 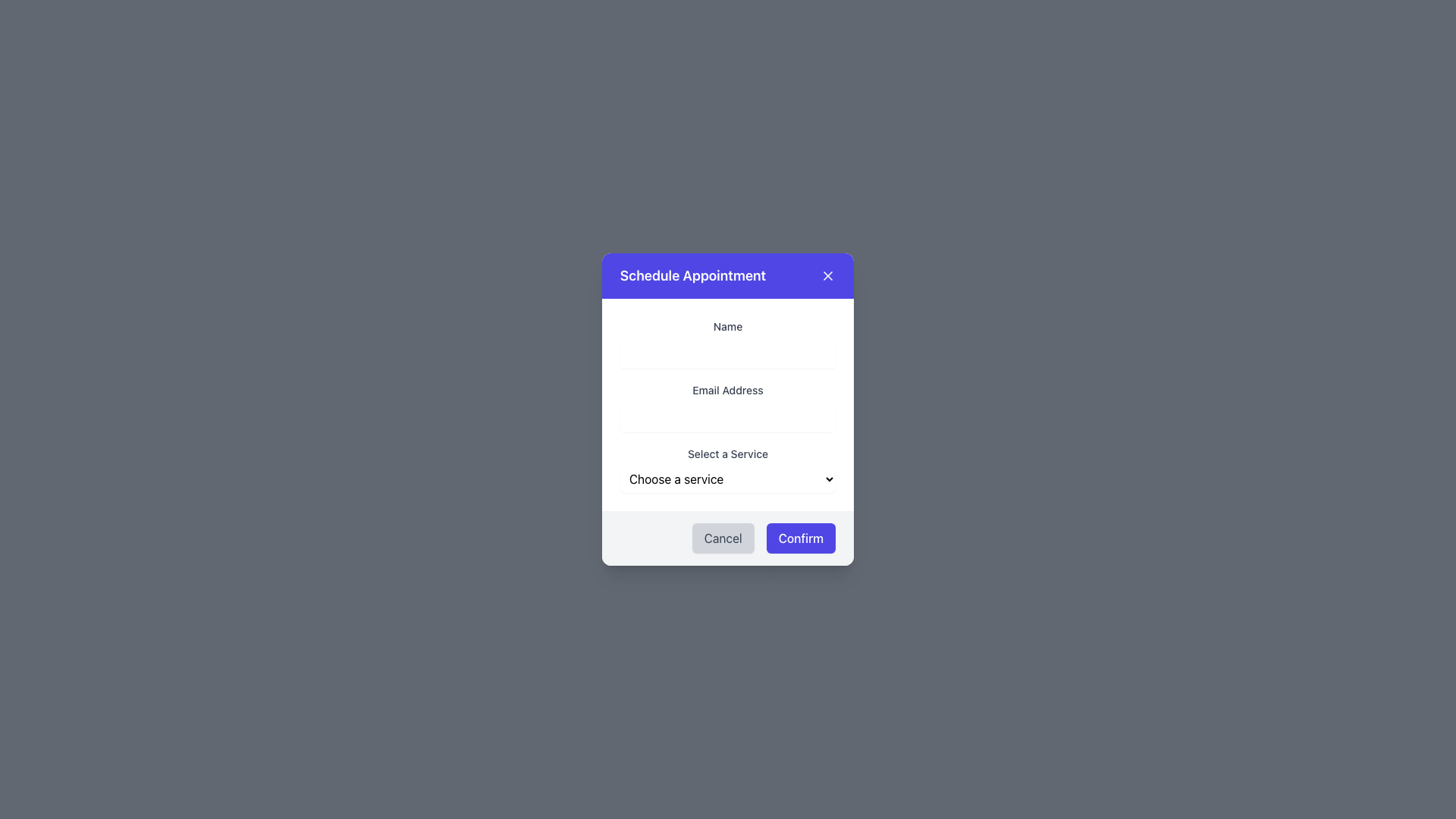 I want to click on the 'Select a Service' dropdown menu that allows users to choose from options like 'Consultation', 'Follow-up', 'Procedure', and 'Therapy', so click(x=728, y=467).